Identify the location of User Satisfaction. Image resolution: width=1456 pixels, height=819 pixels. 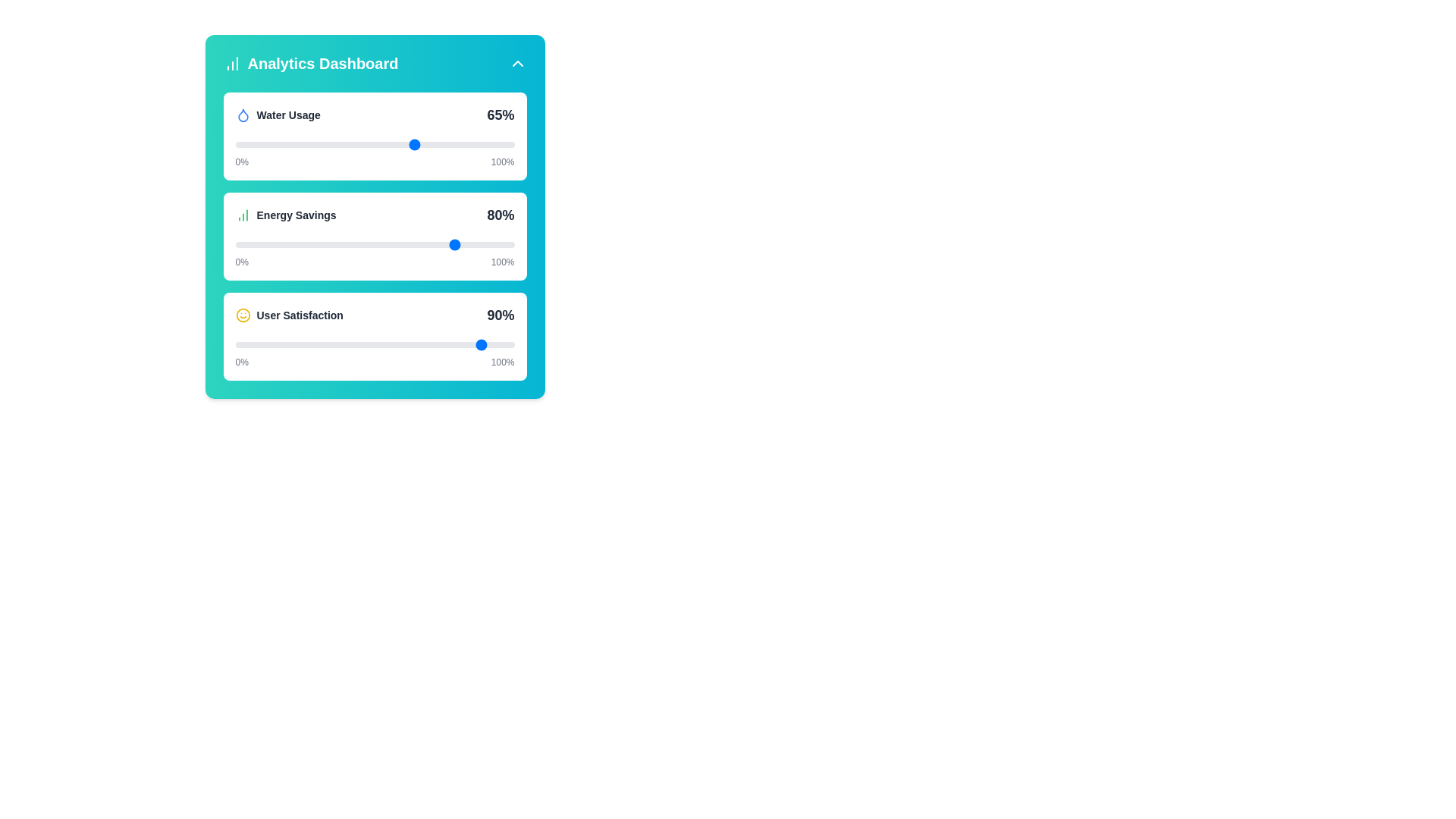
(283, 345).